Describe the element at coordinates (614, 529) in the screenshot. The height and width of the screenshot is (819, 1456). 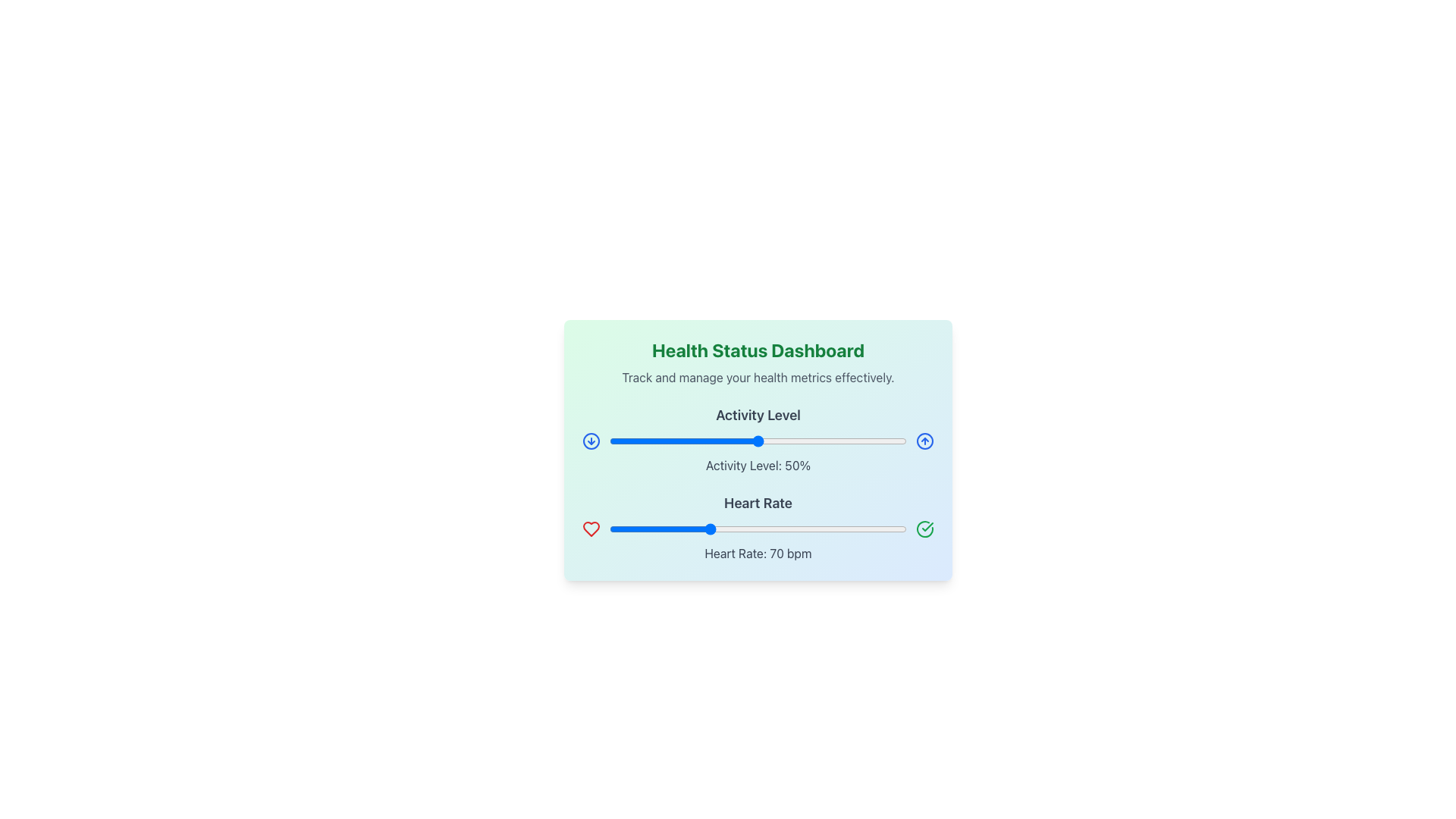
I see `heart rate` at that location.